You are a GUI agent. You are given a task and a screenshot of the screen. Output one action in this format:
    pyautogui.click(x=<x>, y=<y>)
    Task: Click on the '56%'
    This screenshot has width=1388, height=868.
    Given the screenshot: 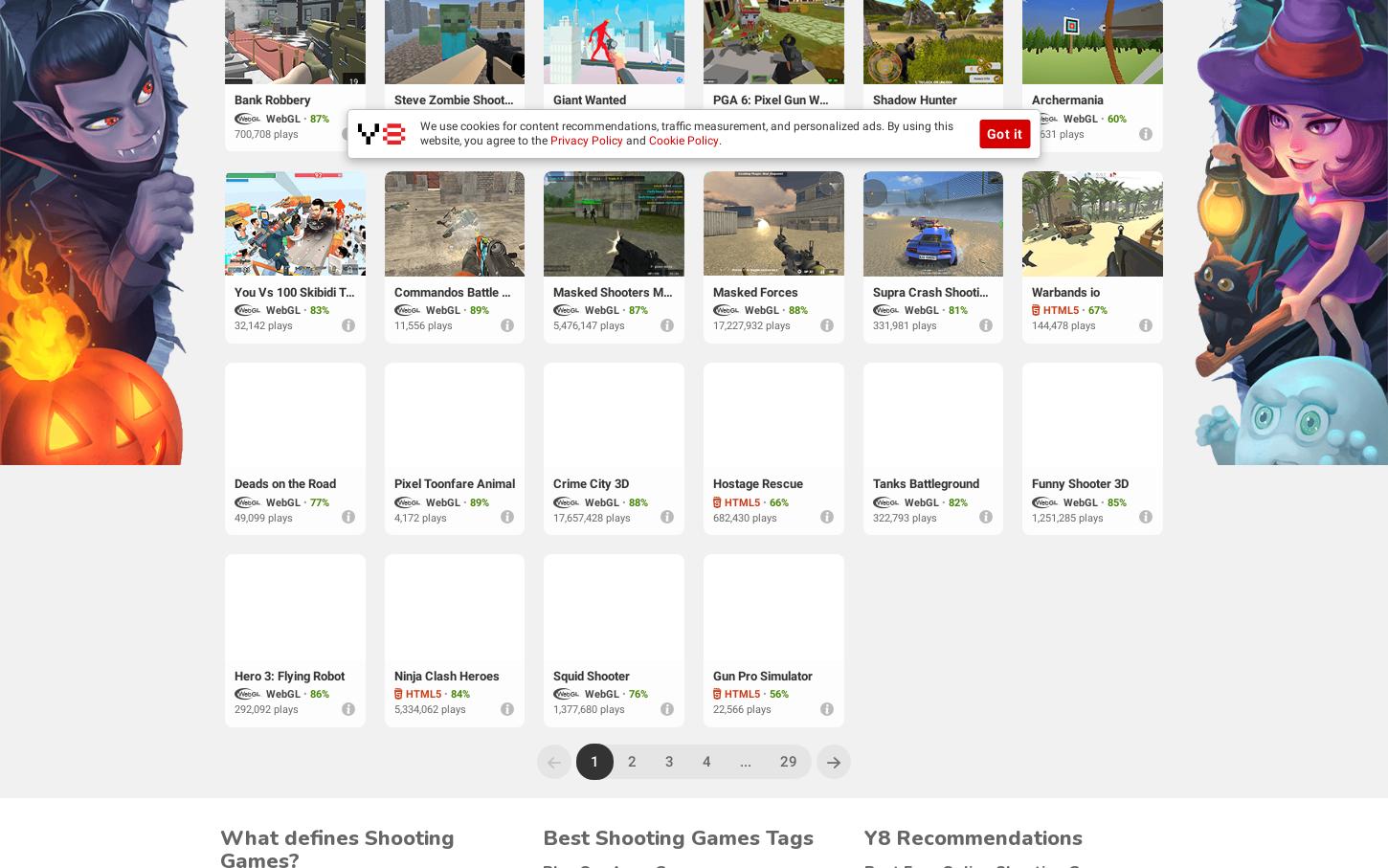 What is the action you would take?
    pyautogui.click(x=779, y=693)
    